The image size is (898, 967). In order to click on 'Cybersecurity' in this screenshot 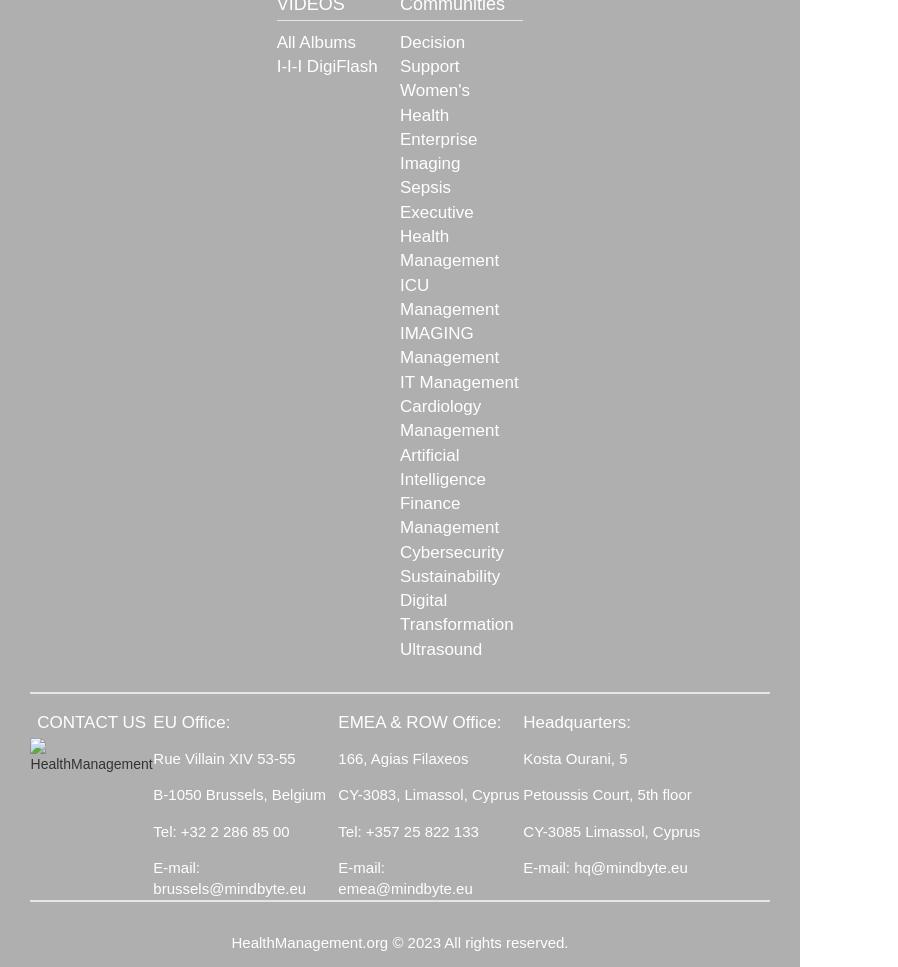, I will do `click(398, 551)`.